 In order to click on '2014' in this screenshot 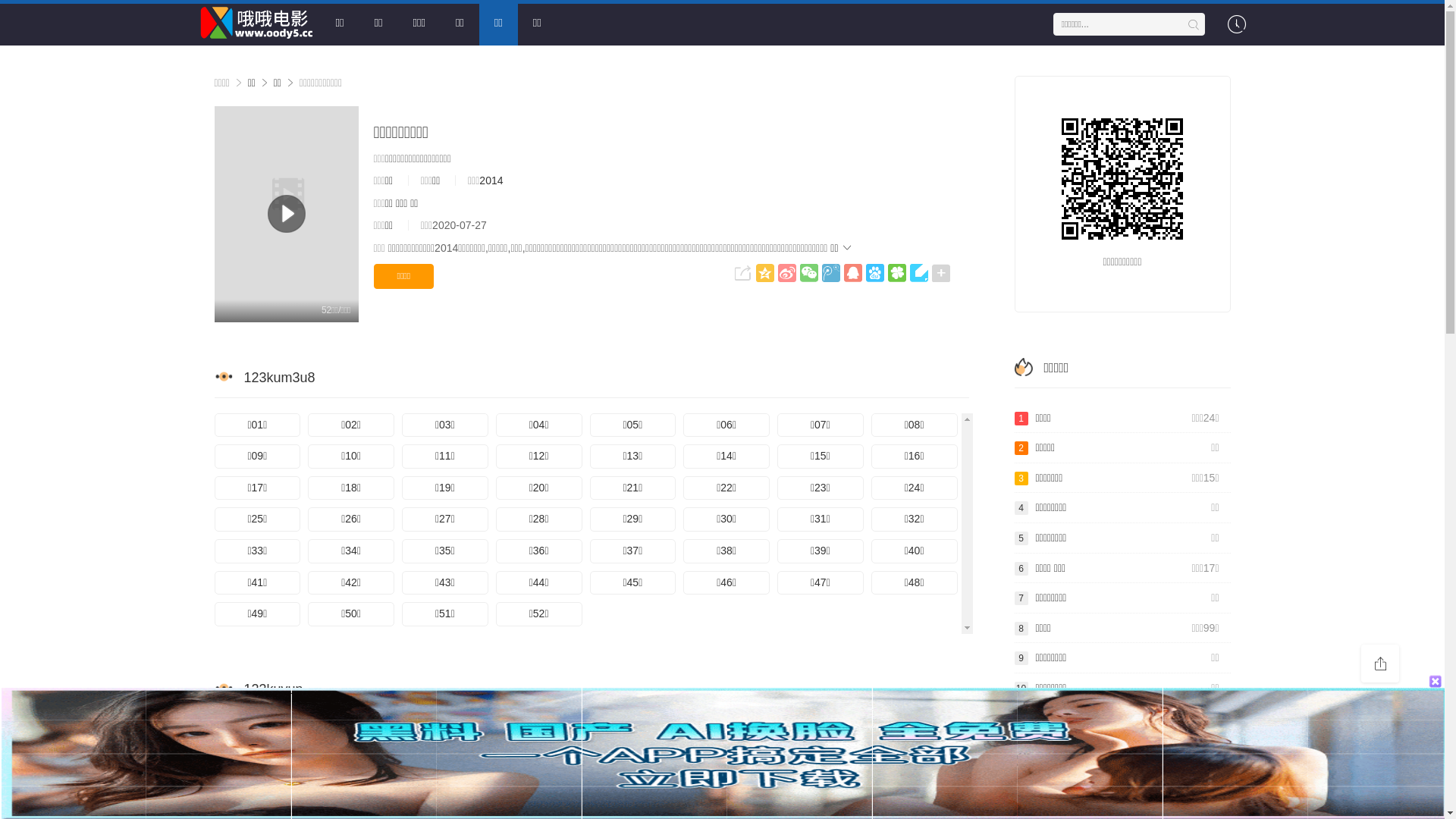, I will do `click(479, 180)`.